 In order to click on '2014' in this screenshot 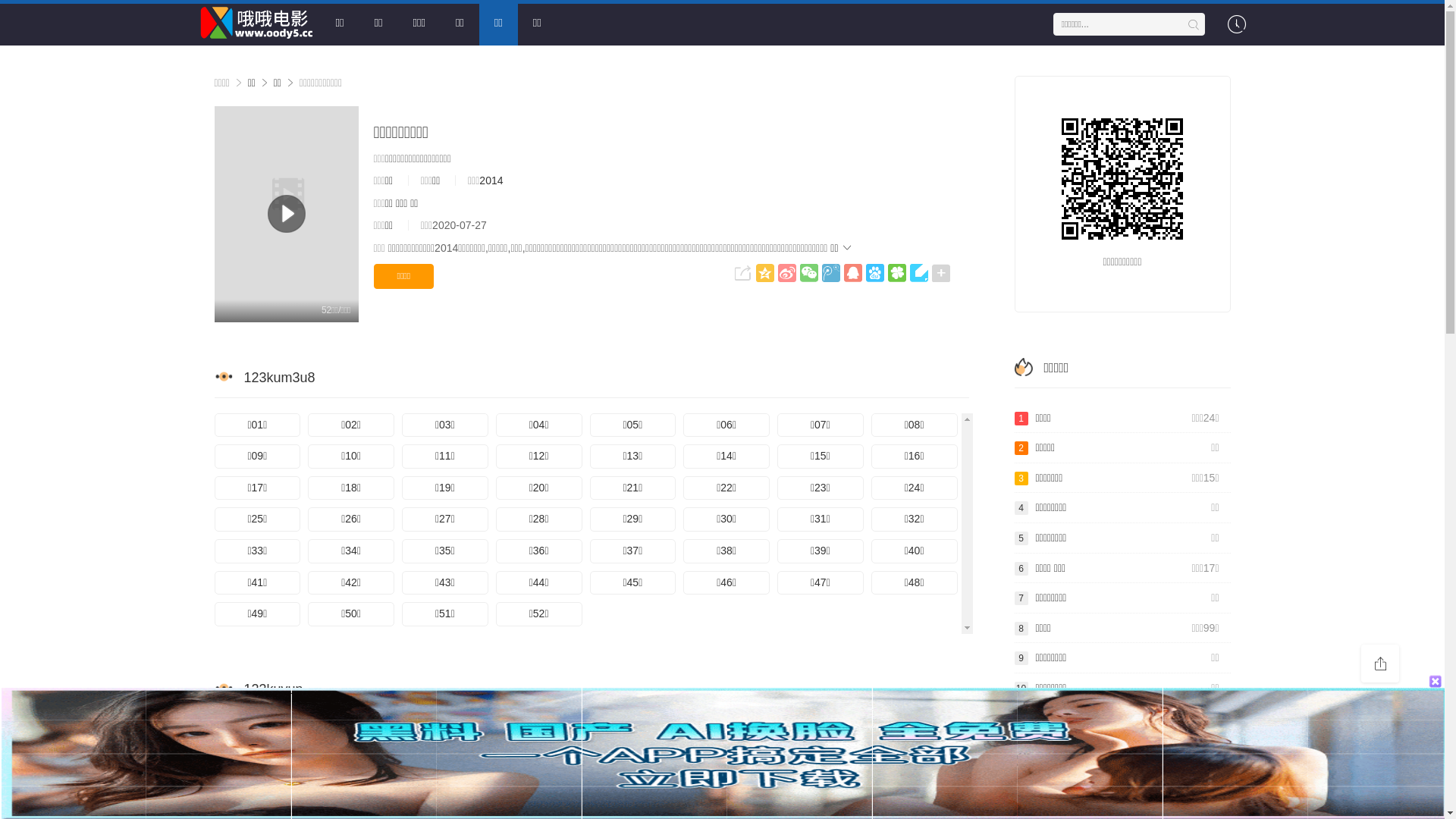, I will do `click(479, 180)`.